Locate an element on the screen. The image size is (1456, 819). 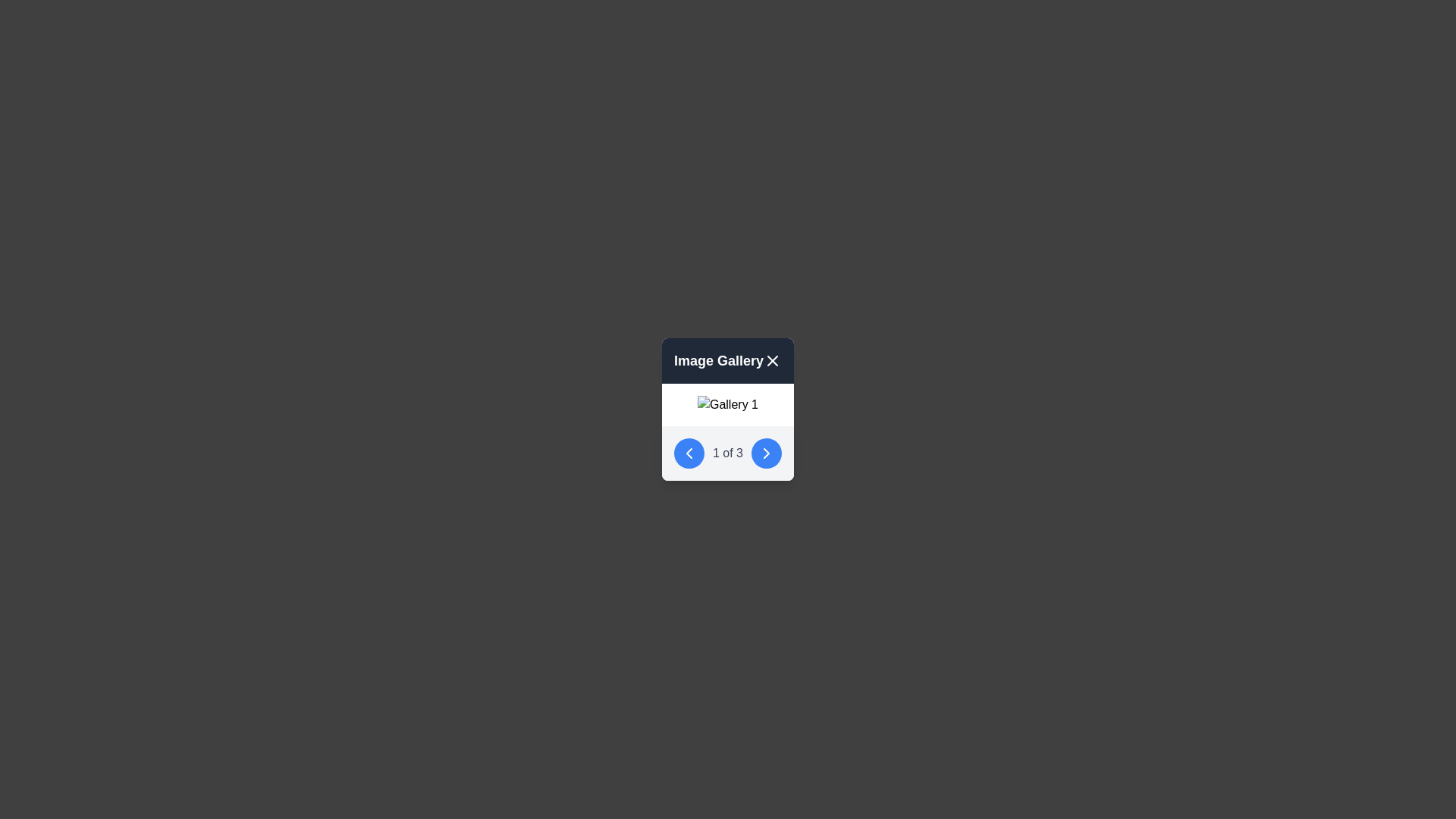
the leftward-pointing chevron icon, which is centered within a blue circular button located at the bottom-left corner of a card interface is located at coordinates (688, 452).